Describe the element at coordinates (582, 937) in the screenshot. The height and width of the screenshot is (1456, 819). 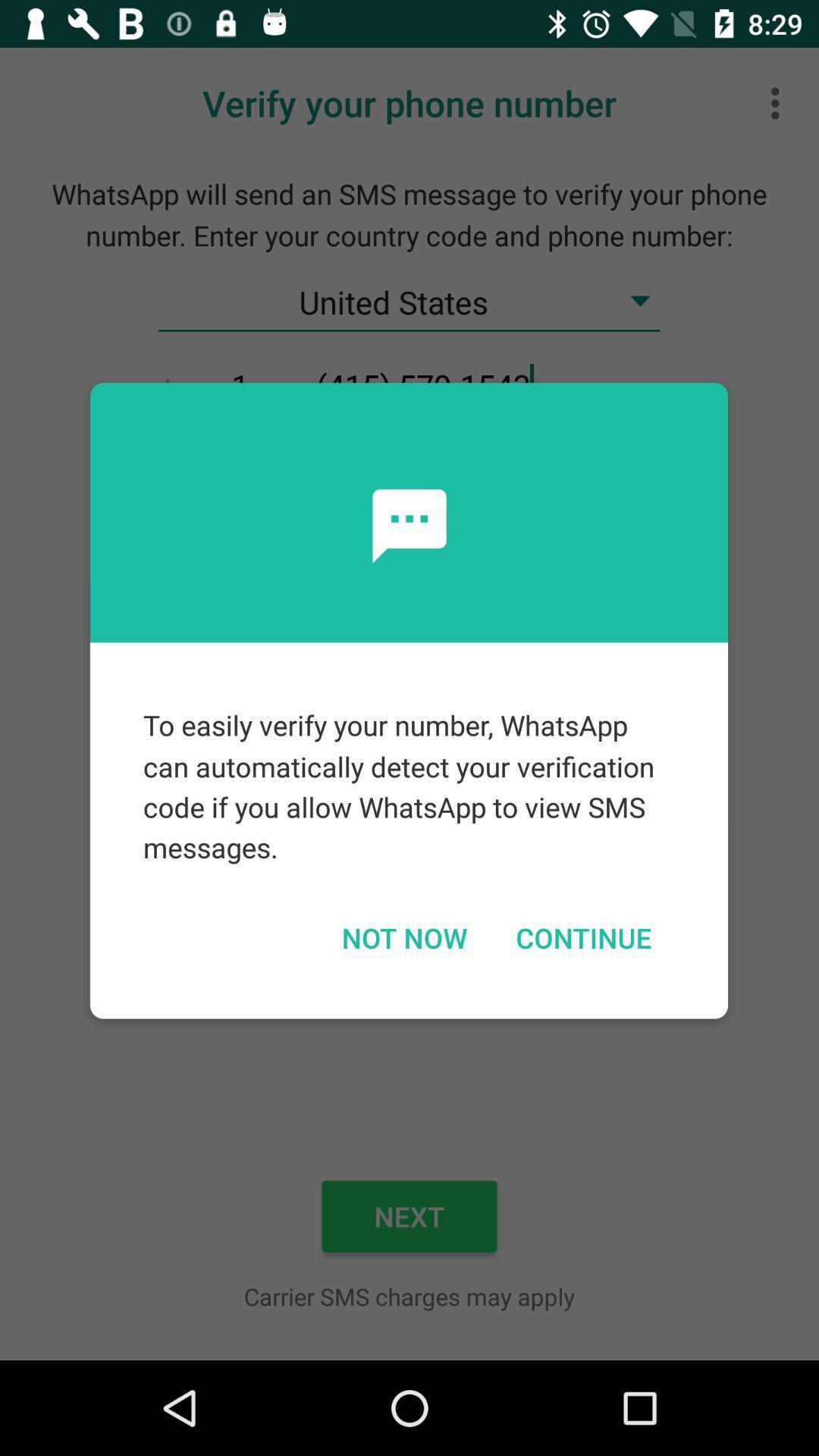
I see `the icon on the right` at that location.